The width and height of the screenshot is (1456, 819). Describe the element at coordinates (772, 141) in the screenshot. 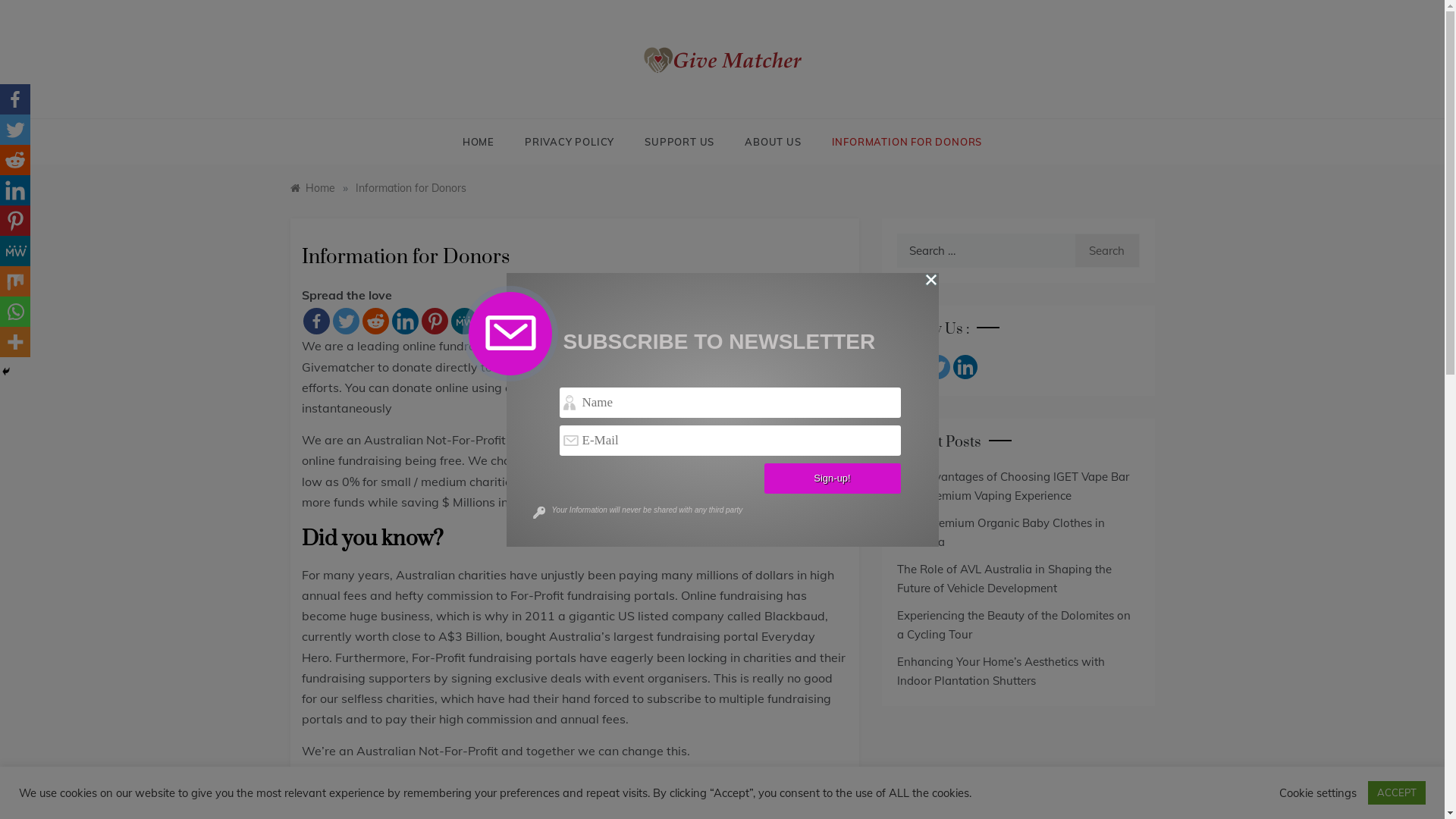

I see `'ABOUT US'` at that location.